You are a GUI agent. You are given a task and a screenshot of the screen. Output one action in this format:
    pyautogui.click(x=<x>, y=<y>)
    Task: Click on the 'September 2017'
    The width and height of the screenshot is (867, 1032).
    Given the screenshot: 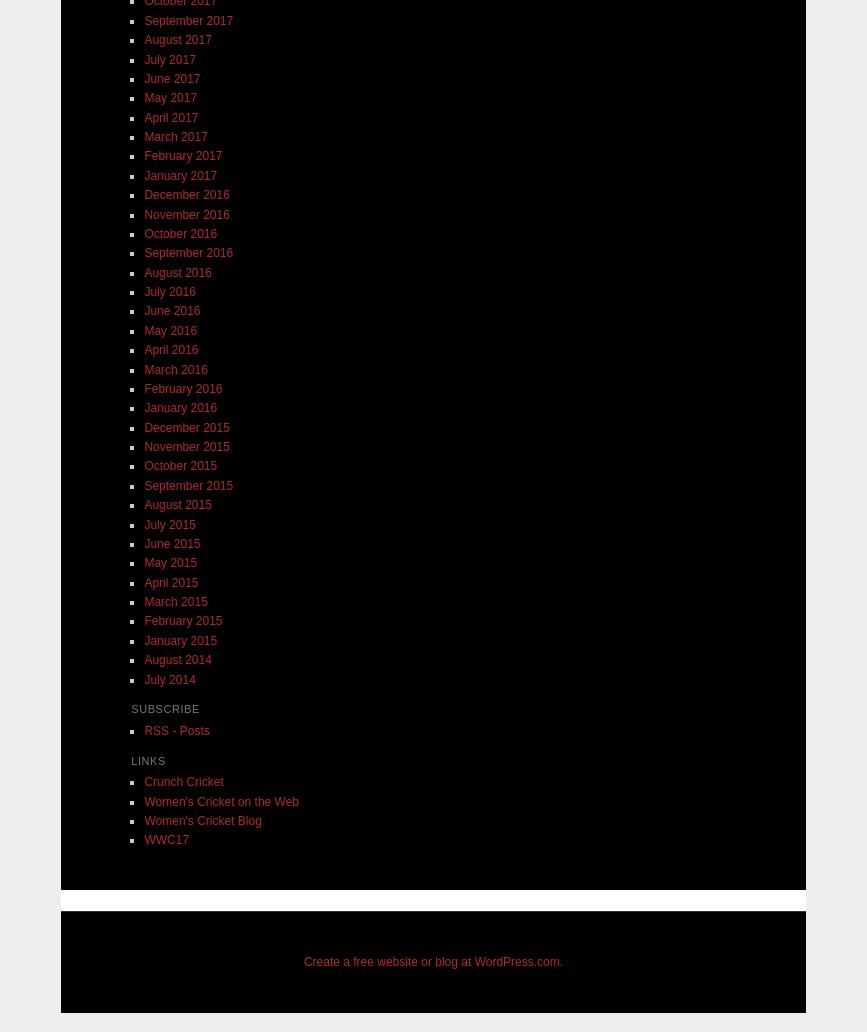 What is the action you would take?
    pyautogui.click(x=188, y=20)
    